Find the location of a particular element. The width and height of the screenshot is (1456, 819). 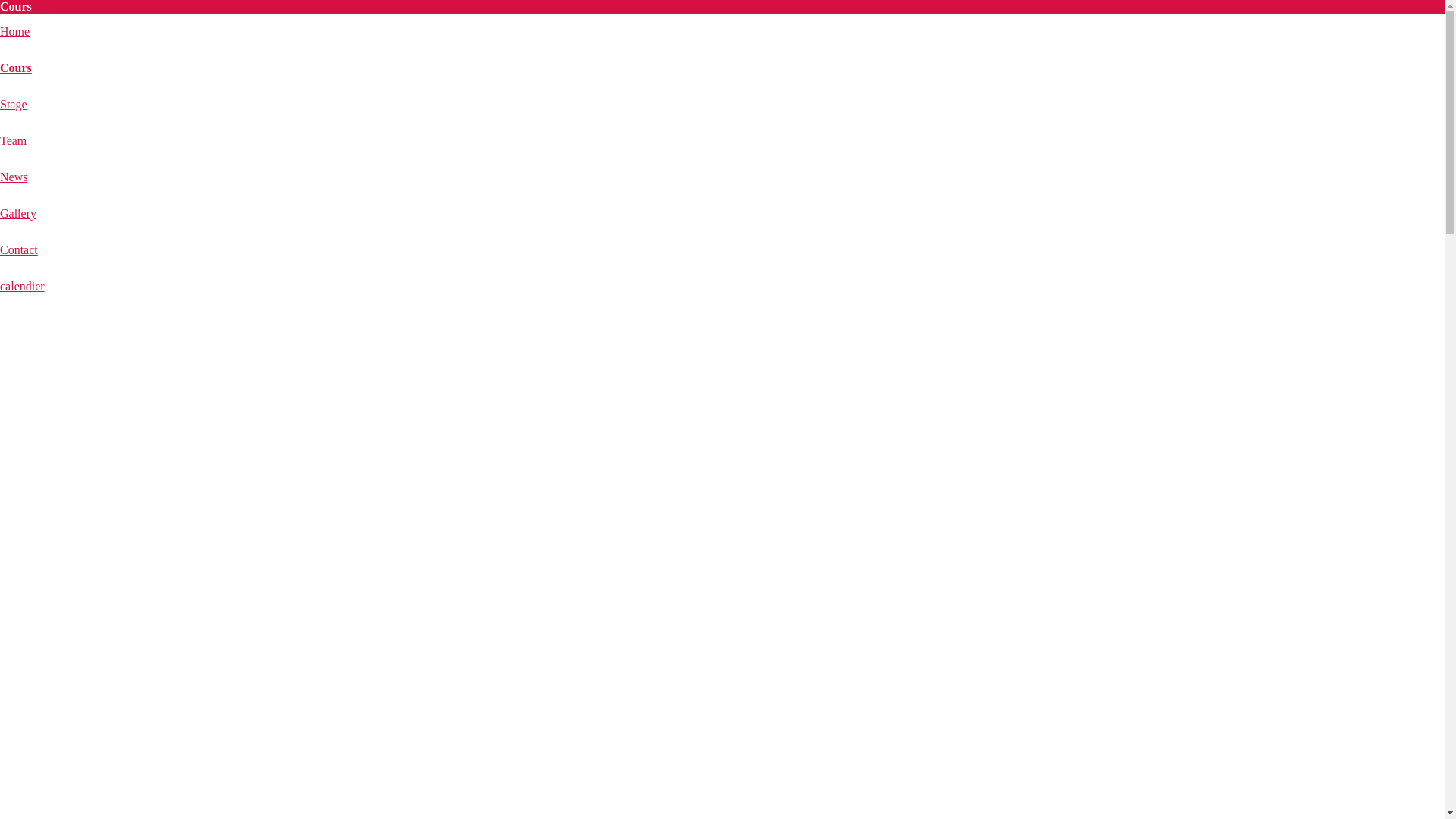

'News' is located at coordinates (14, 176).